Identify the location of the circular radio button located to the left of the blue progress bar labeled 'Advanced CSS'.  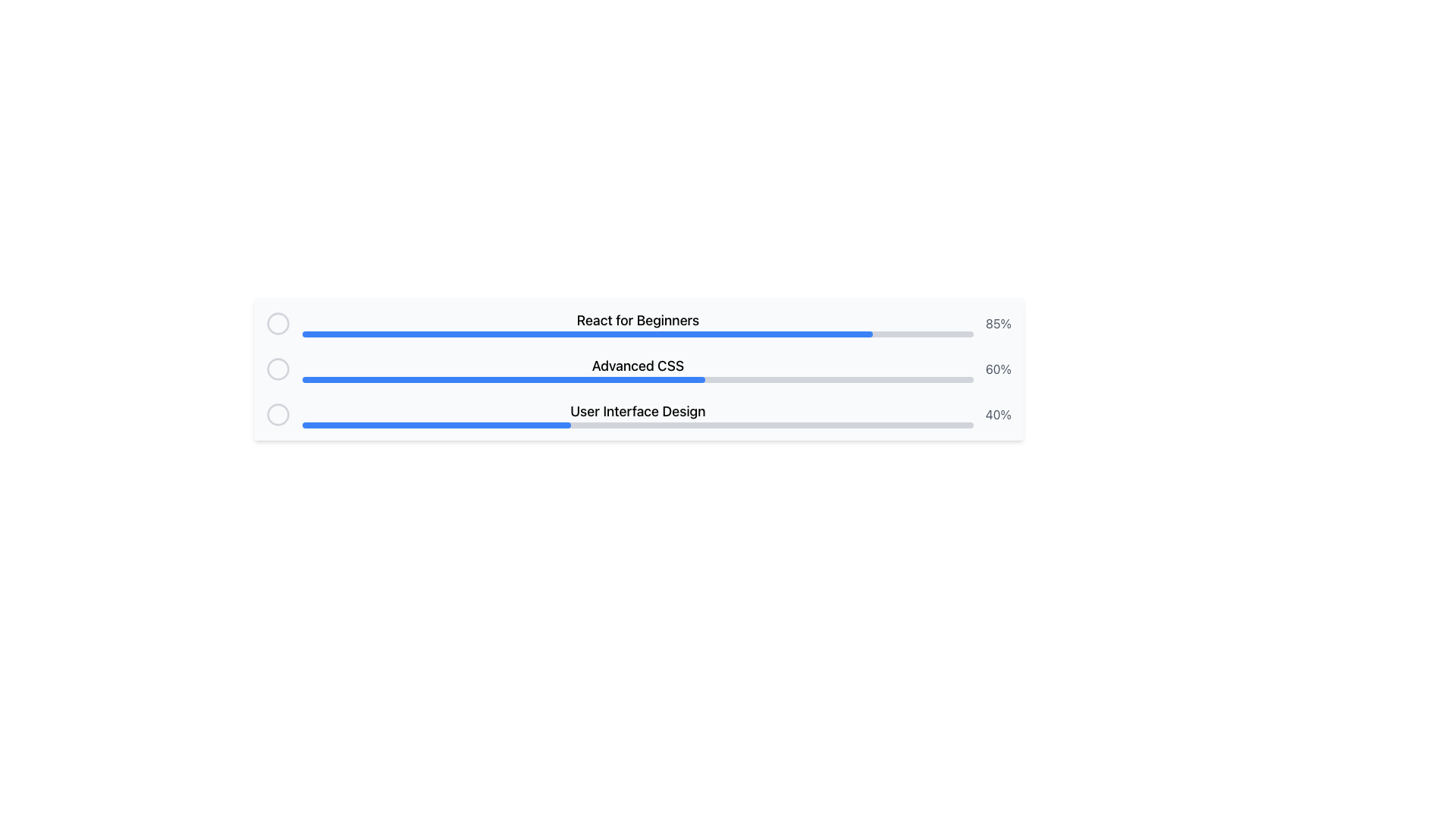
(278, 369).